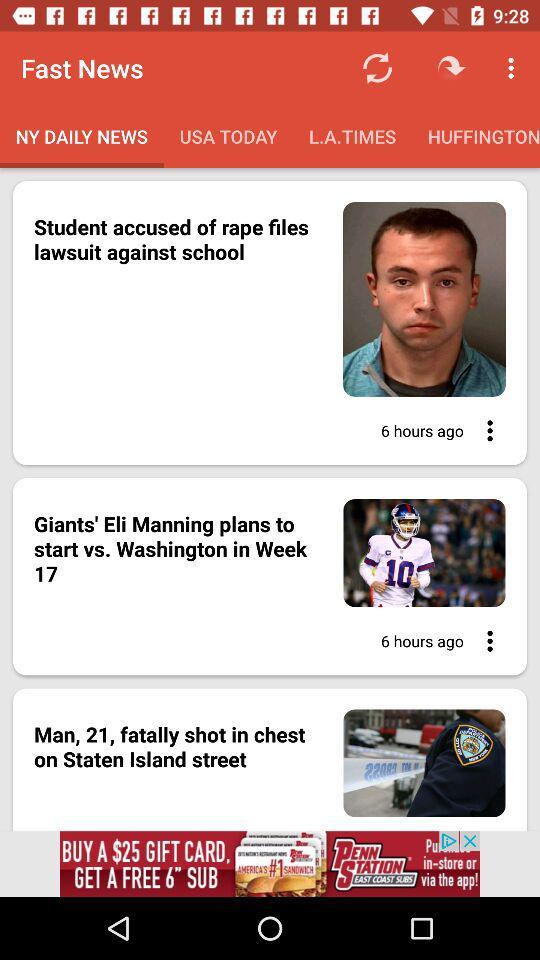  I want to click on the second image beside washington in week, so click(413, 552).